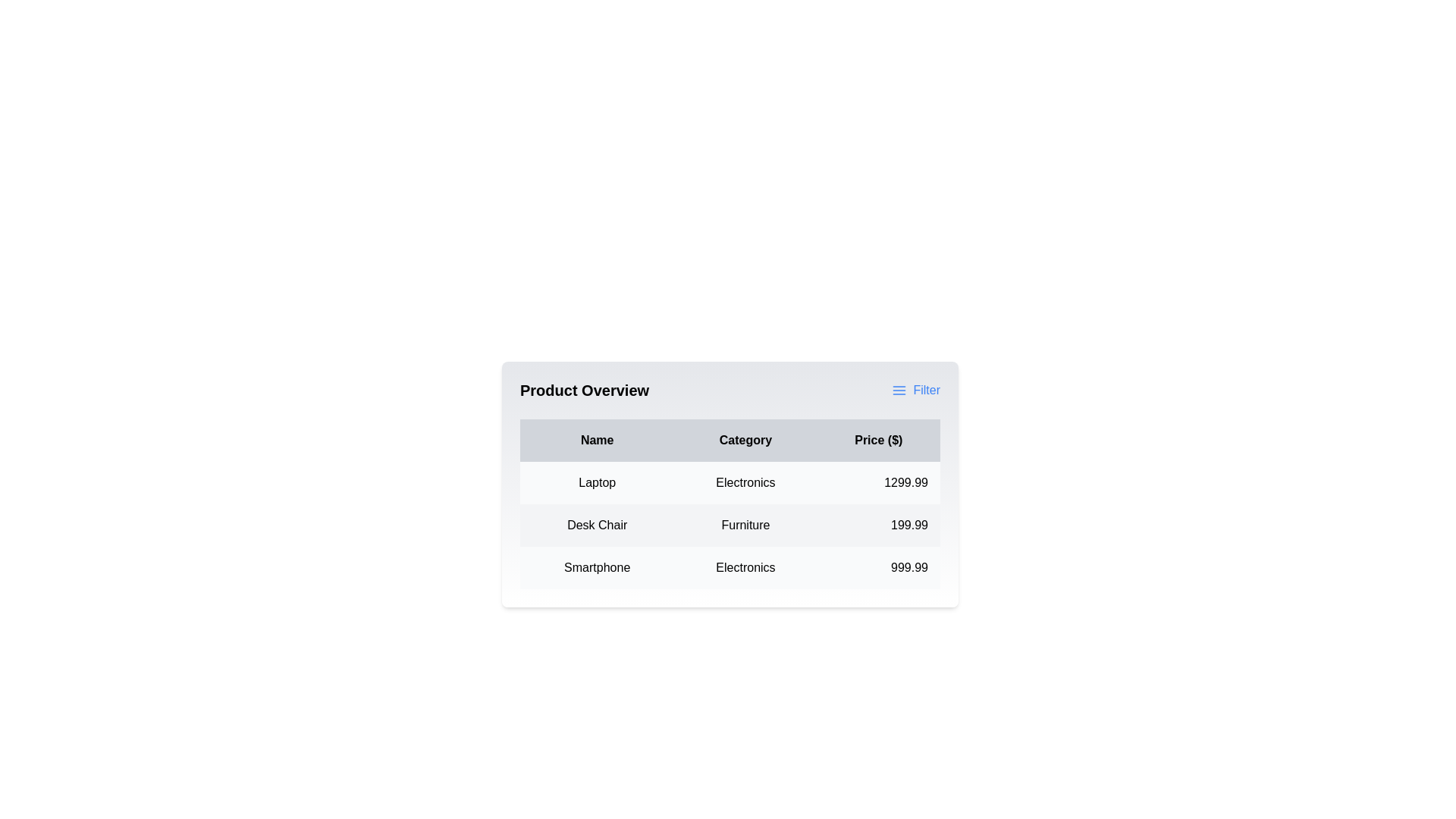 This screenshot has height=819, width=1456. Describe the element at coordinates (730, 441) in the screenshot. I see `header of the table, which consists of the labels 'Name', 'Category', and 'Price ($)', displayed on a light gray background at the top of the data layout` at that location.